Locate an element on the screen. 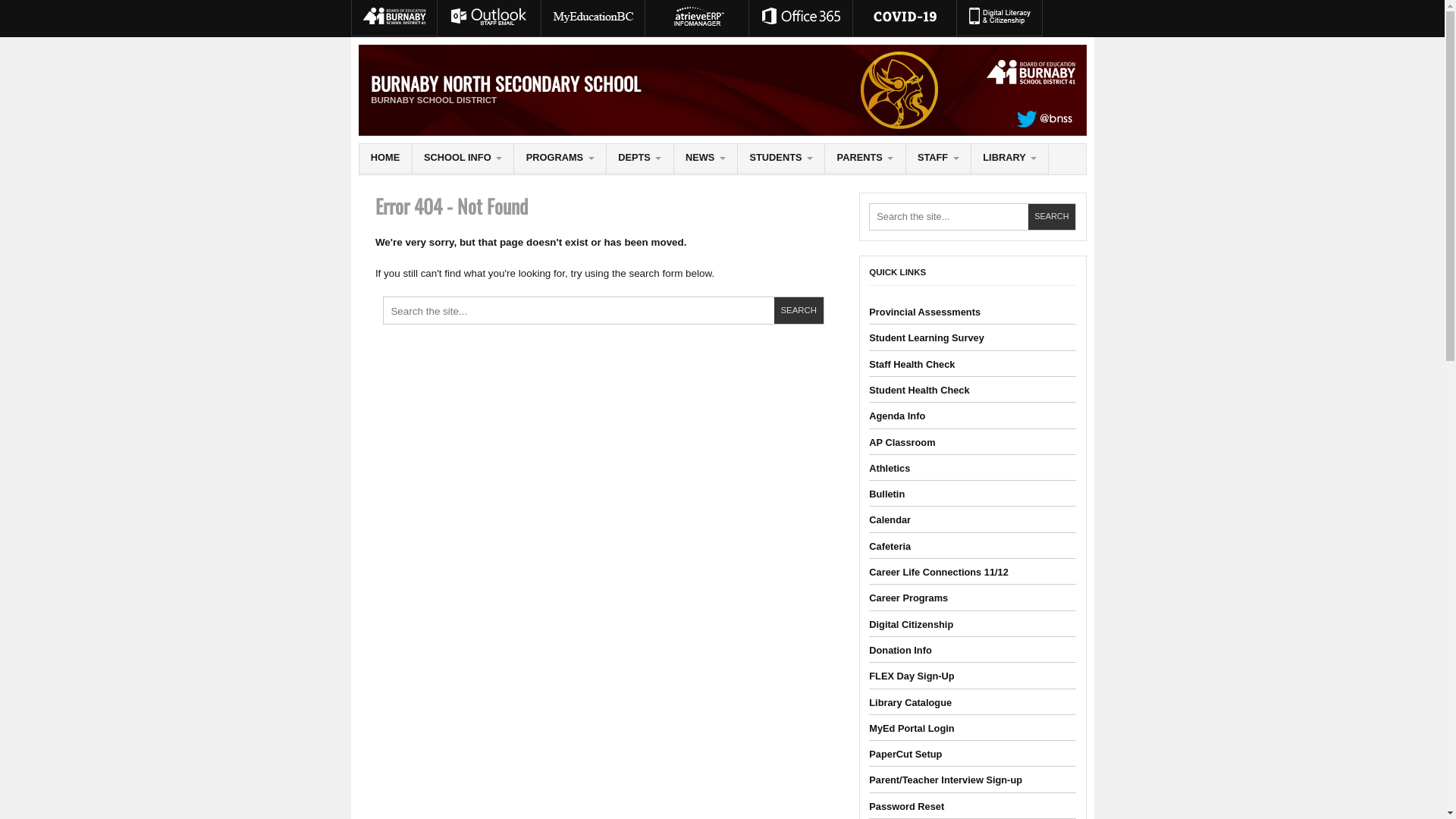  'Career Programs' is located at coordinates (869, 597).